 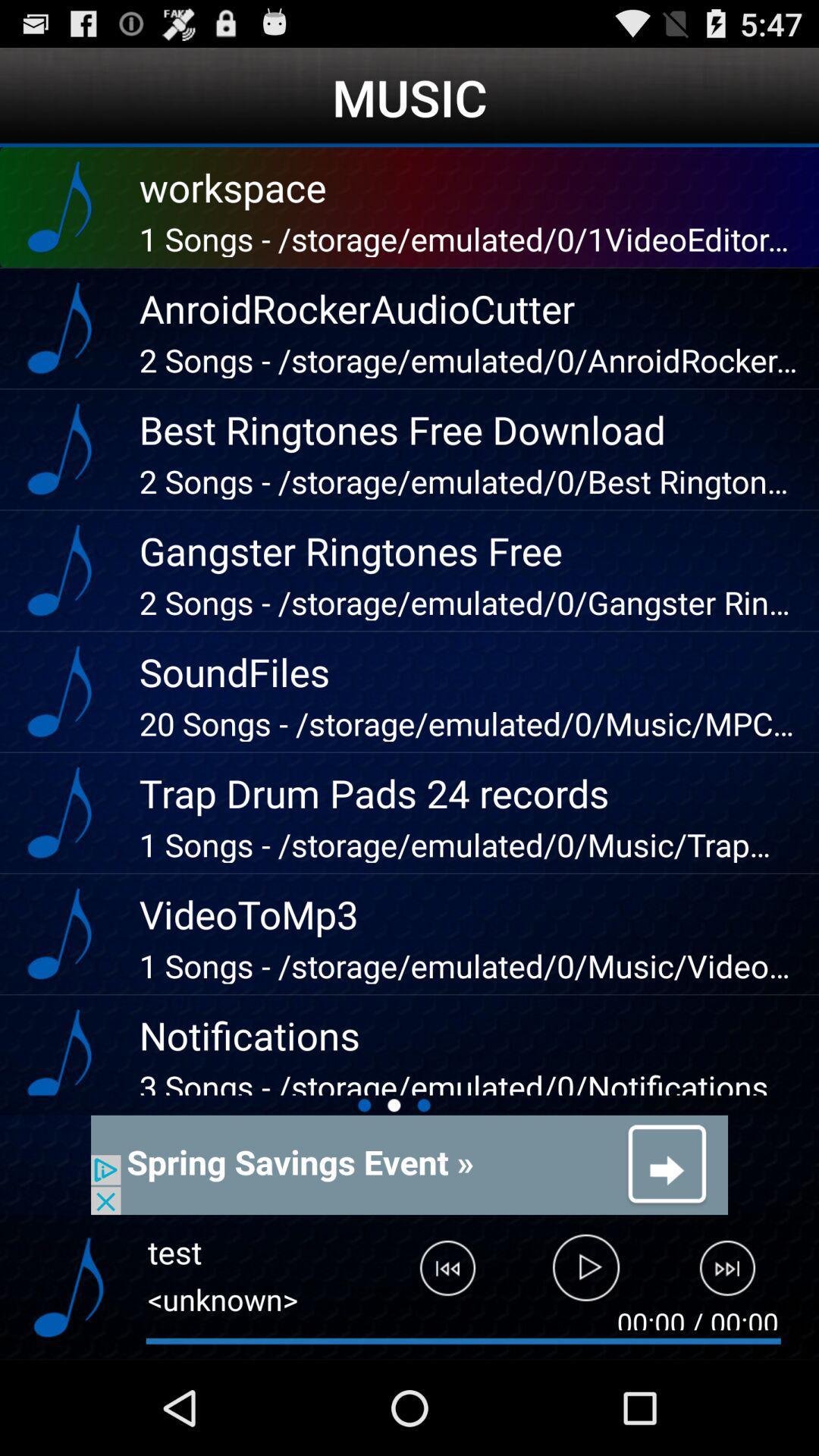 What do you see at coordinates (585, 1364) in the screenshot?
I see `the play icon` at bounding box center [585, 1364].